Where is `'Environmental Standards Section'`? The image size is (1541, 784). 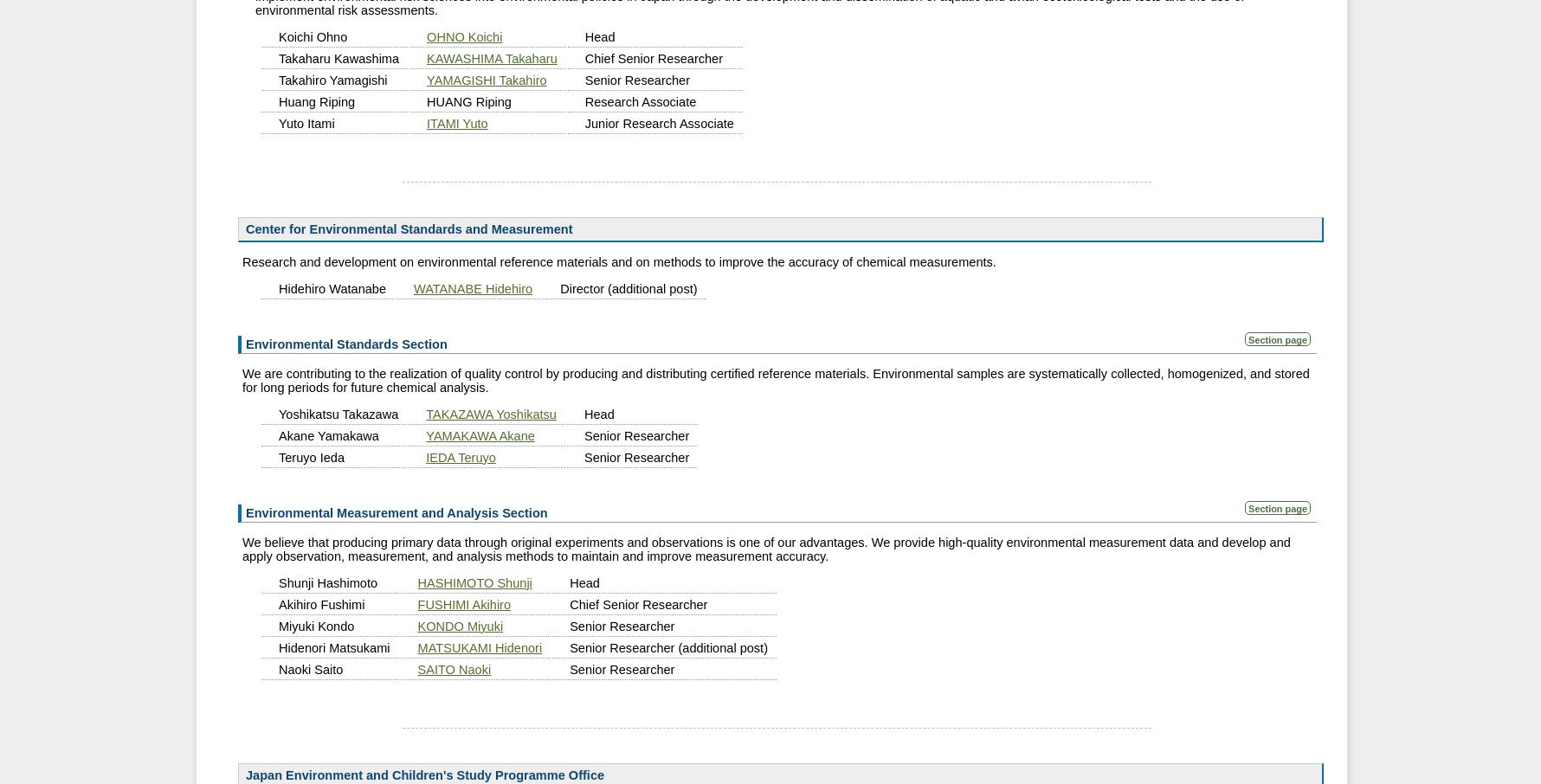
'Environmental Standards Section' is located at coordinates (345, 343).